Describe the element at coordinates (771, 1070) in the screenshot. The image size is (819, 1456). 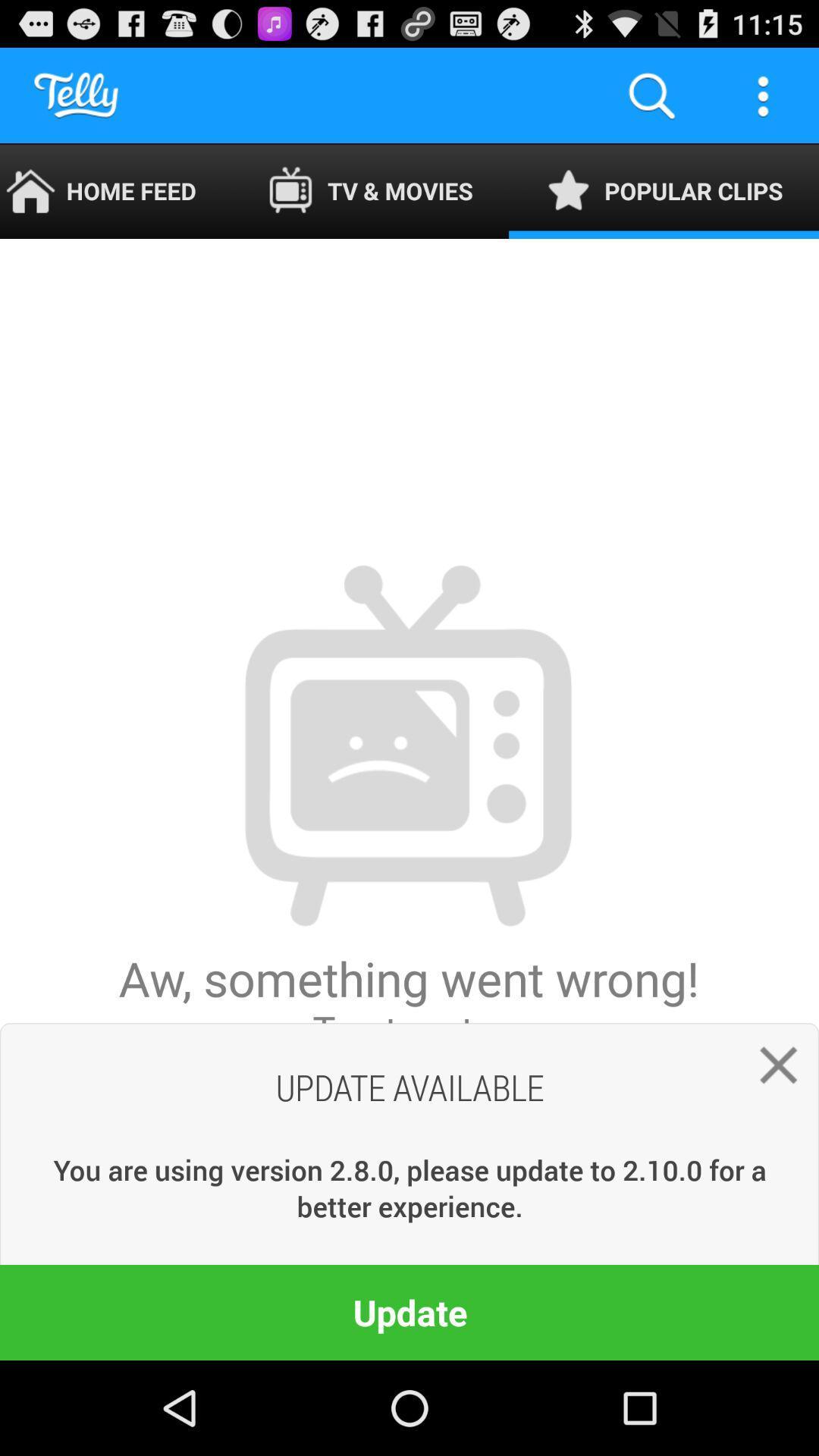
I see `the item below the popular clips icon` at that location.